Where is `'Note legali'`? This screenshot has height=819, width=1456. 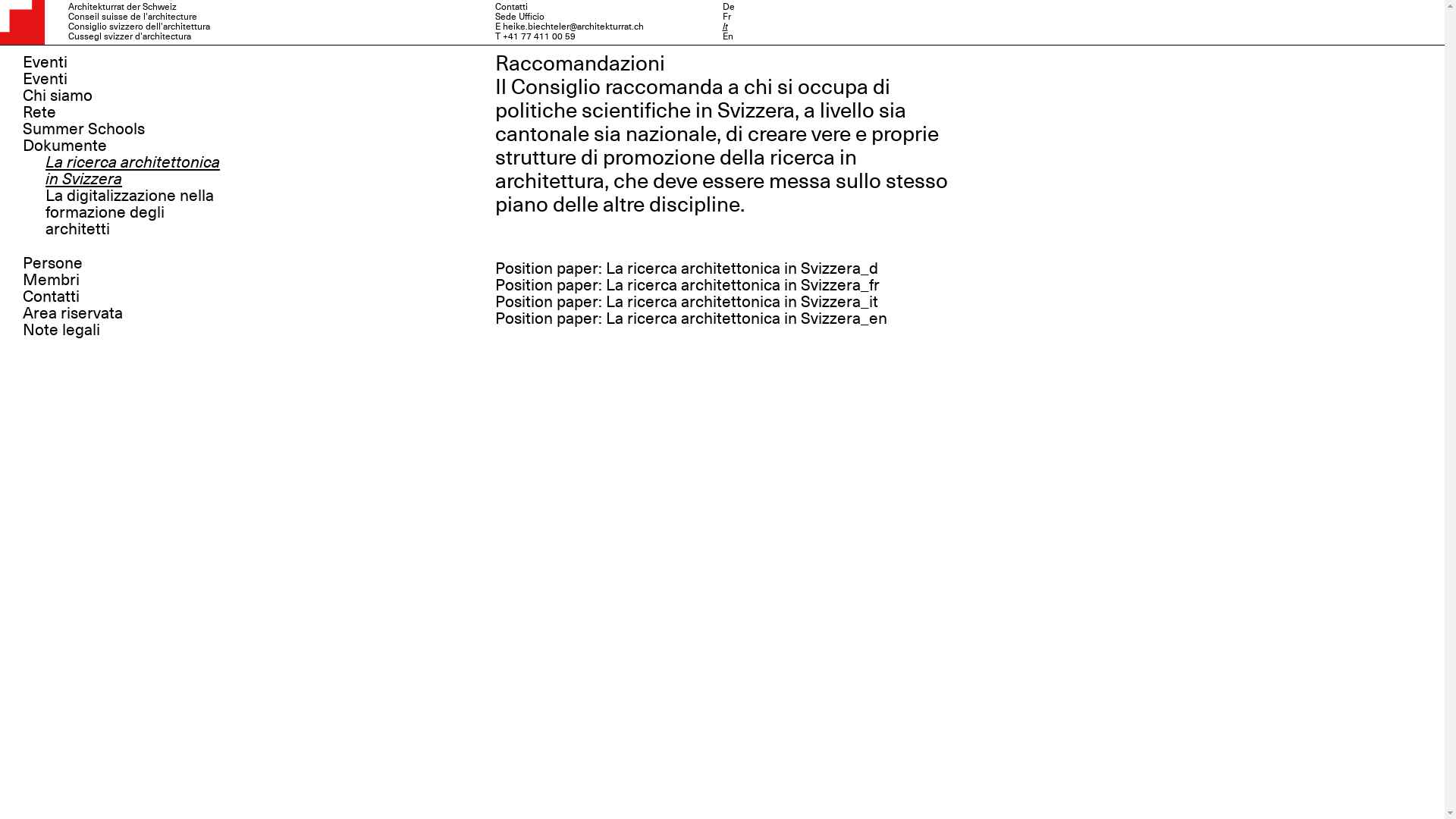 'Note legali' is located at coordinates (61, 329).